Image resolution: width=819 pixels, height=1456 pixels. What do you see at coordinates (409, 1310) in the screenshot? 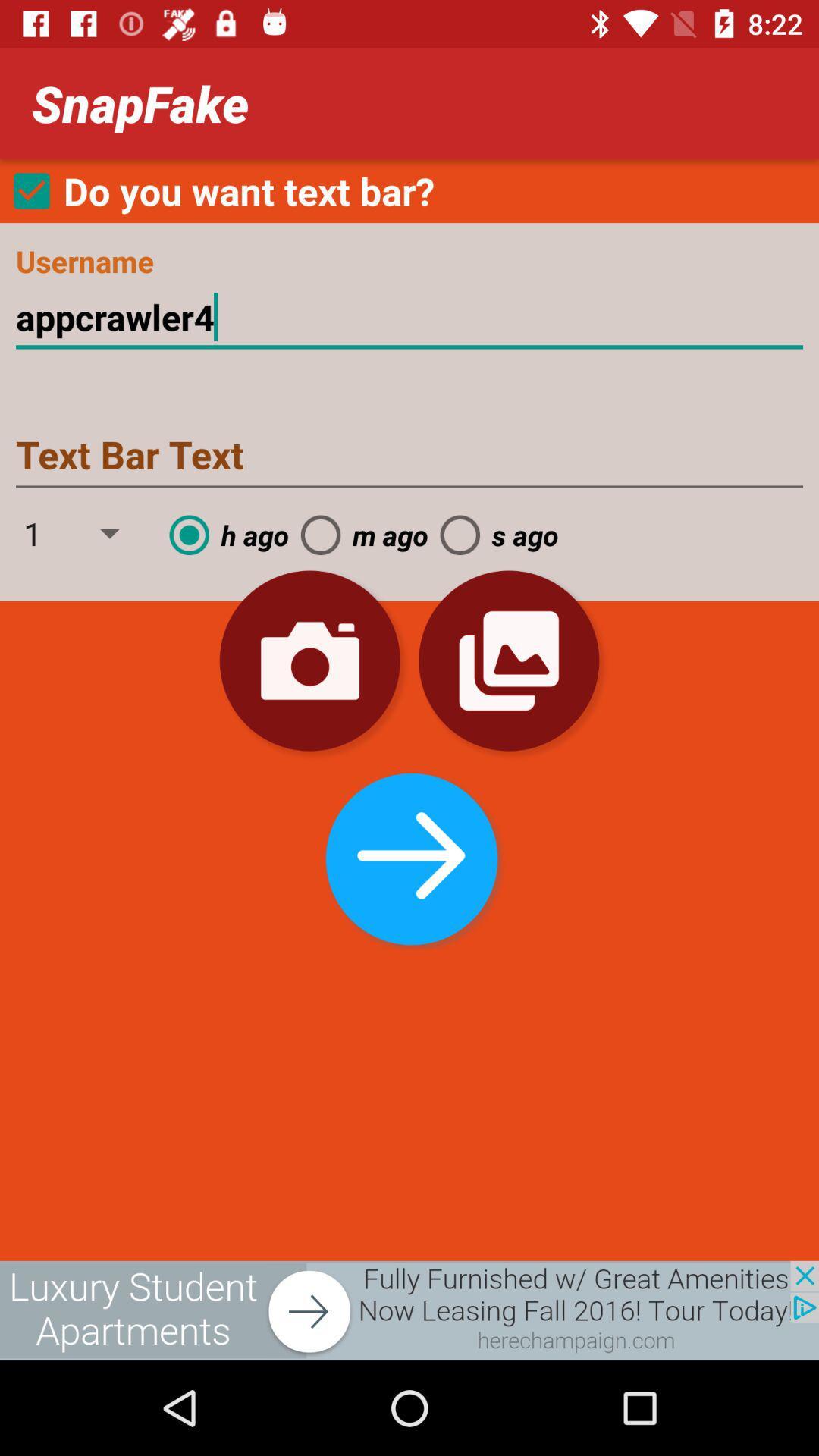
I see `the picture` at bounding box center [409, 1310].